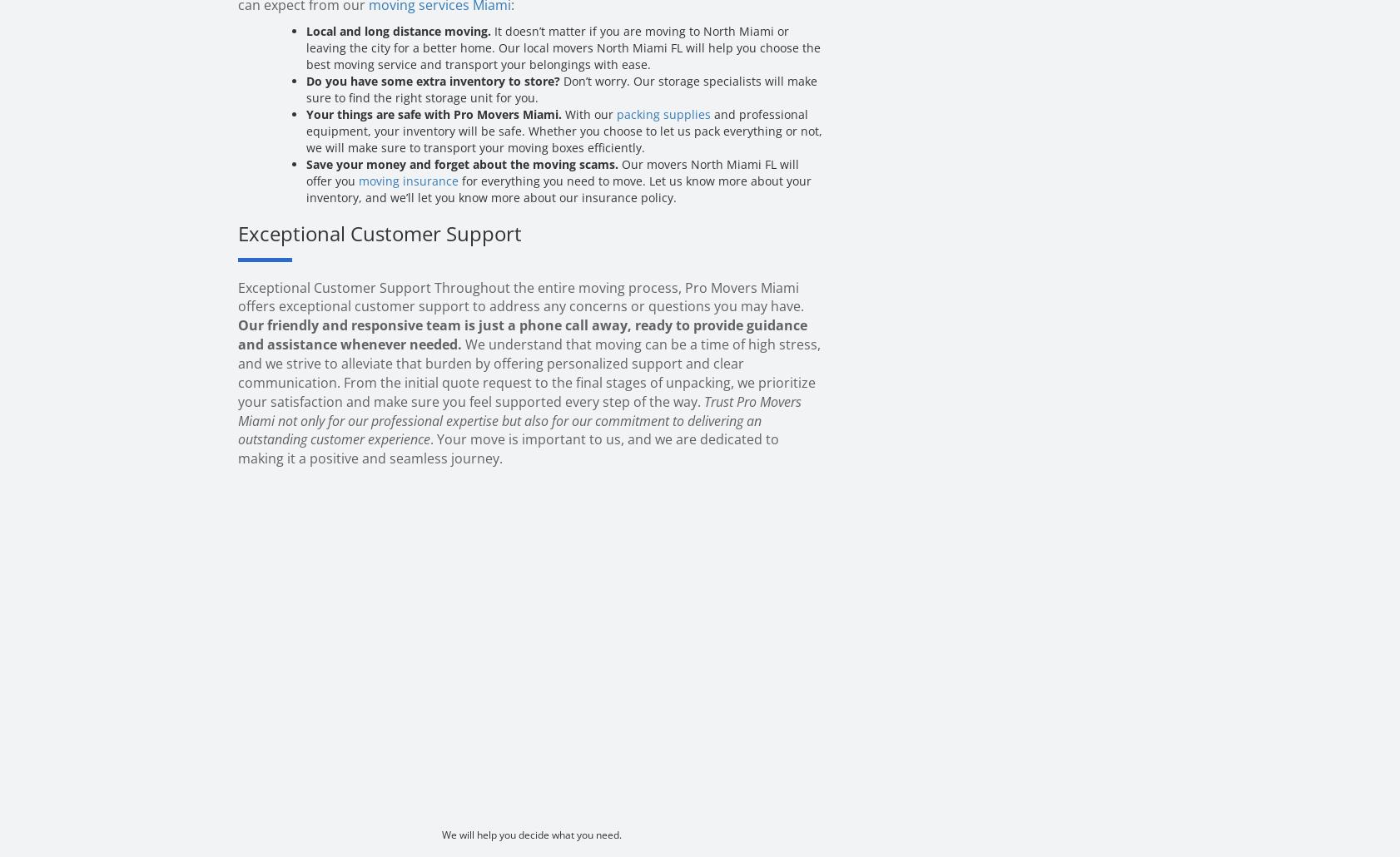 The height and width of the screenshot is (857, 1400). What do you see at coordinates (519, 419) in the screenshot?
I see `'Trust Pro Movers Miami not only for our professional expertise but also for our commitment to delivering an outstanding customer experience'` at bounding box center [519, 419].